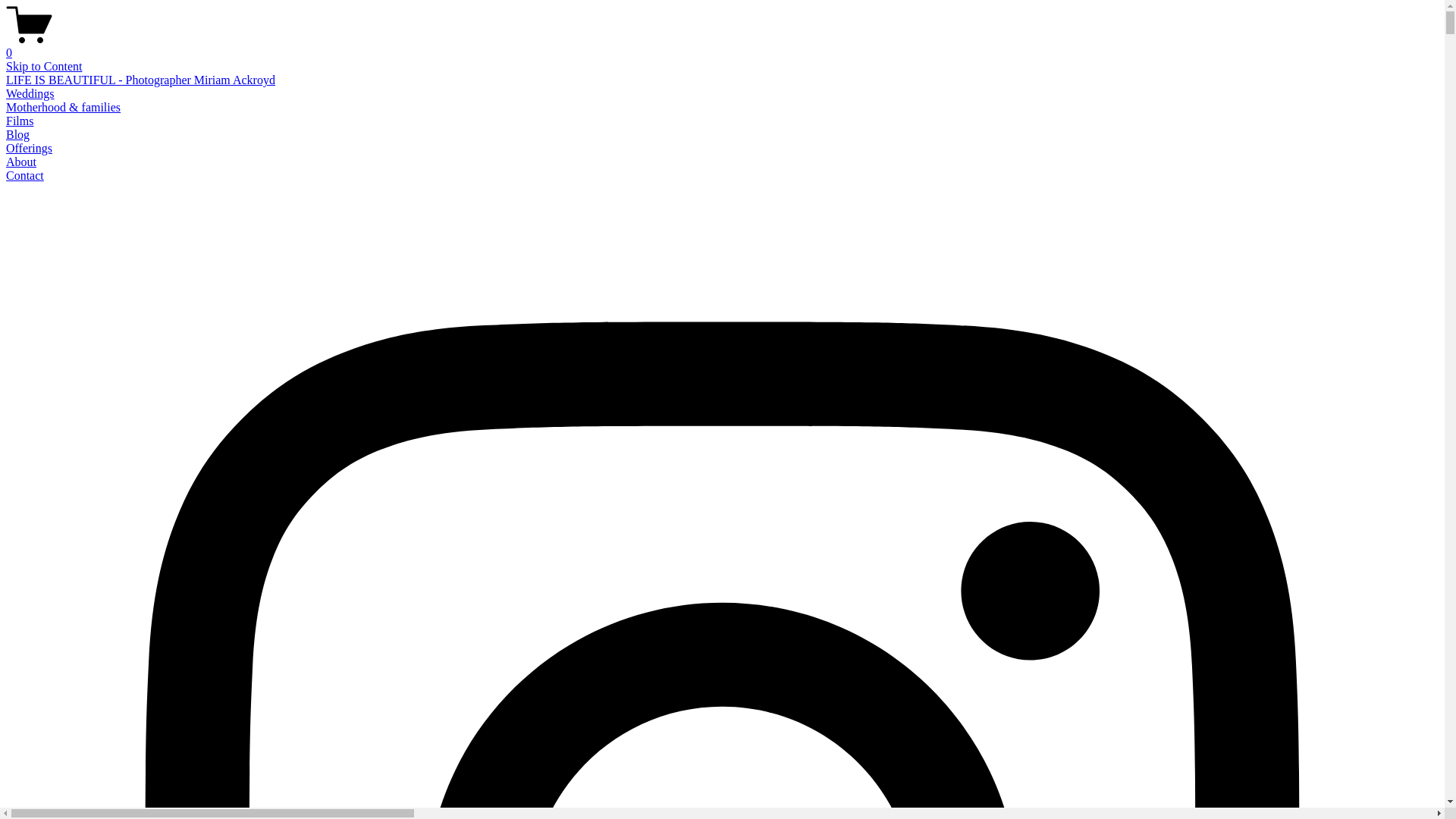 The width and height of the screenshot is (1456, 819). What do you see at coordinates (25, 174) in the screenshot?
I see `'Contact'` at bounding box center [25, 174].